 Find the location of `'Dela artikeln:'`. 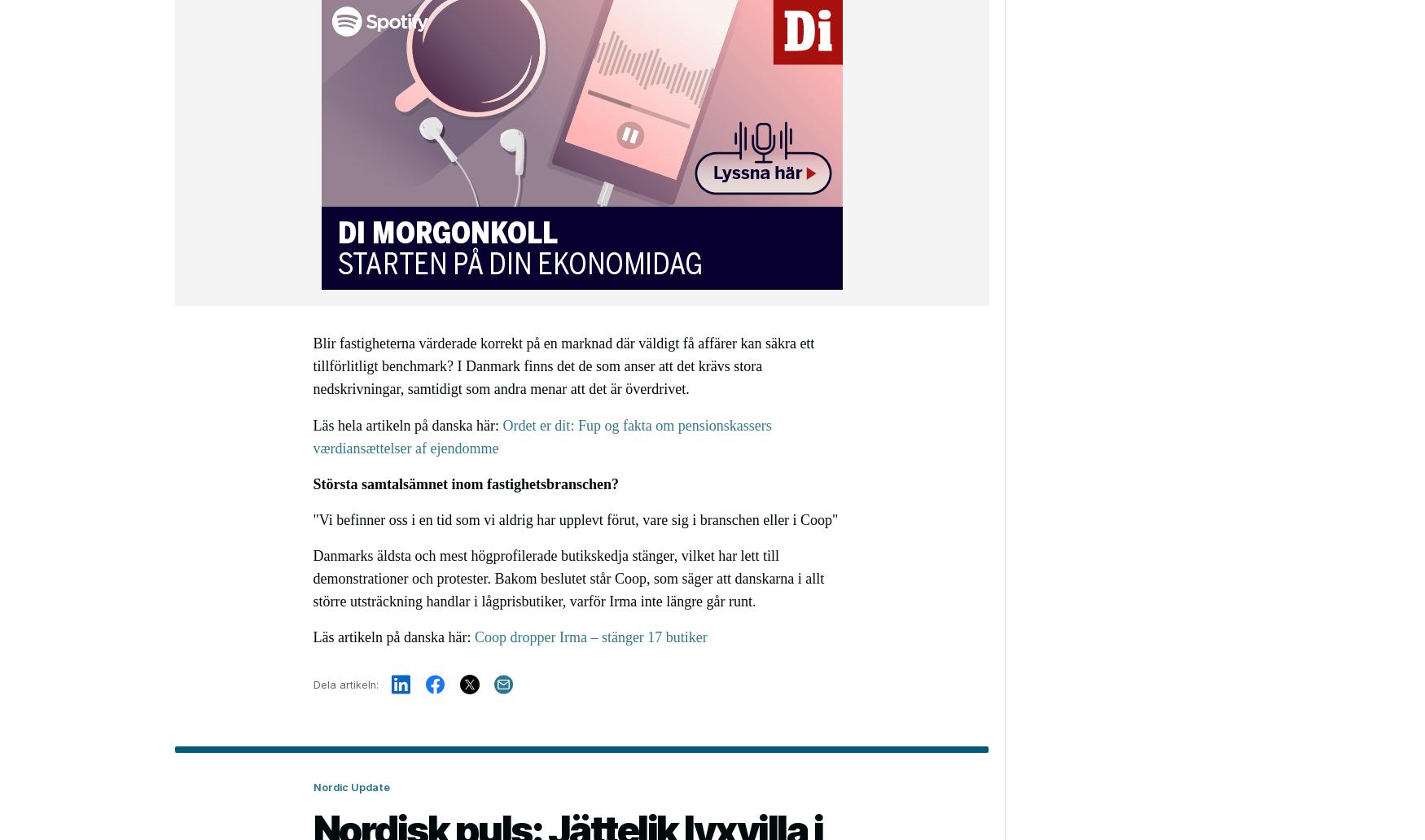

'Dela artikeln:' is located at coordinates (344, 684).